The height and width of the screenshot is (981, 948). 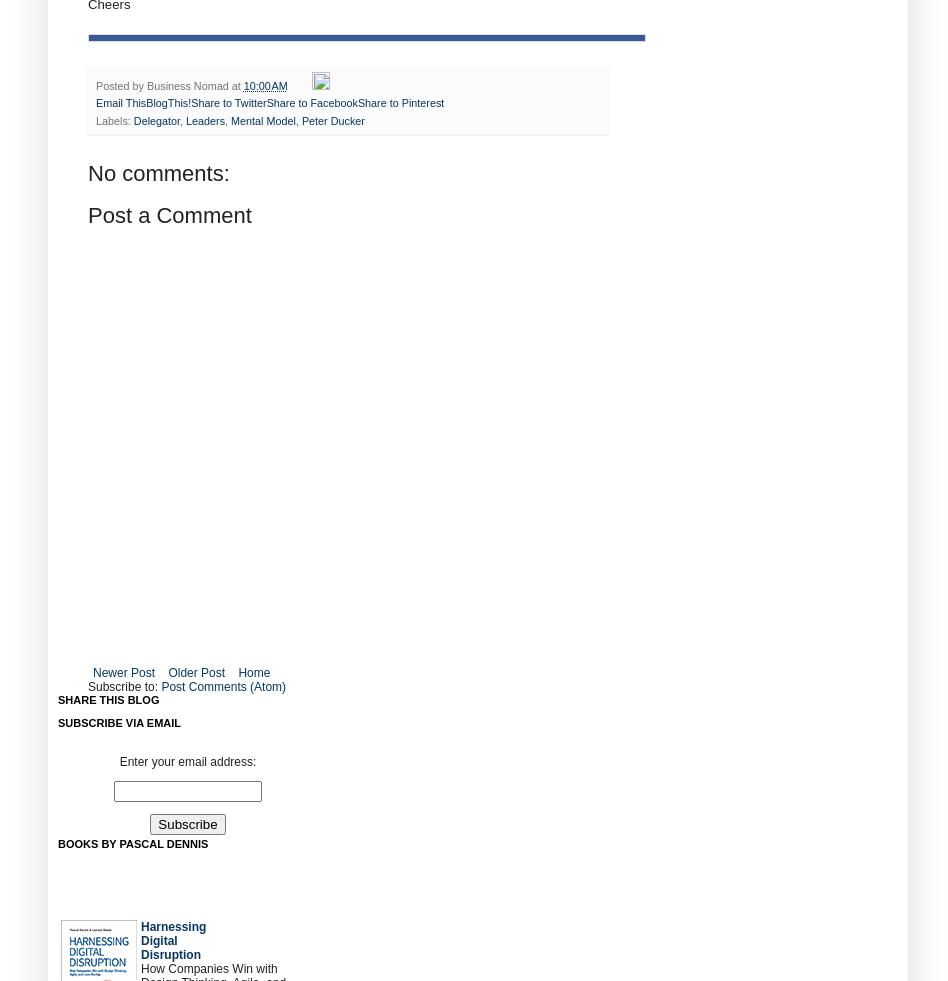 I want to click on 'Digital', so click(x=157, y=940).